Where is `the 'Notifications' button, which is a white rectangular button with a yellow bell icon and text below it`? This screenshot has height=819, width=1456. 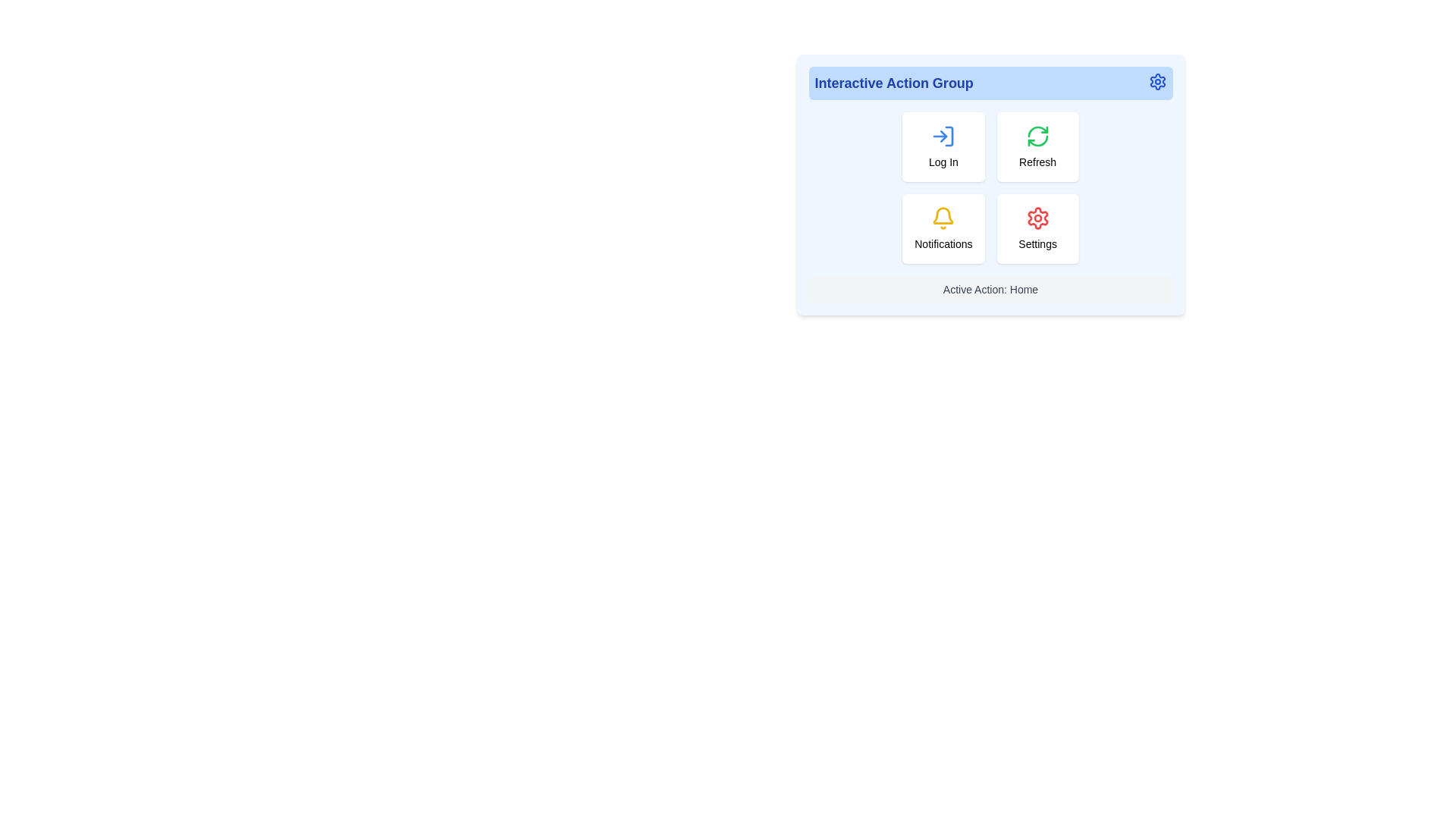 the 'Notifications' button, which is a white rectangular button with a yellow bell icon and text below it is located at coordinates (943, 228).